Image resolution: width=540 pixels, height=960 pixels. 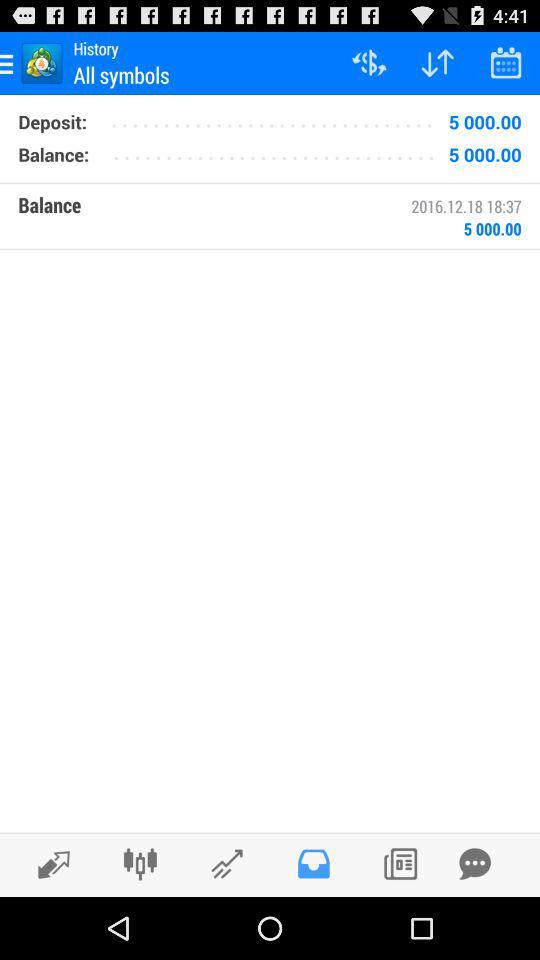 I want to click on notes, so click(x=400, y=863).